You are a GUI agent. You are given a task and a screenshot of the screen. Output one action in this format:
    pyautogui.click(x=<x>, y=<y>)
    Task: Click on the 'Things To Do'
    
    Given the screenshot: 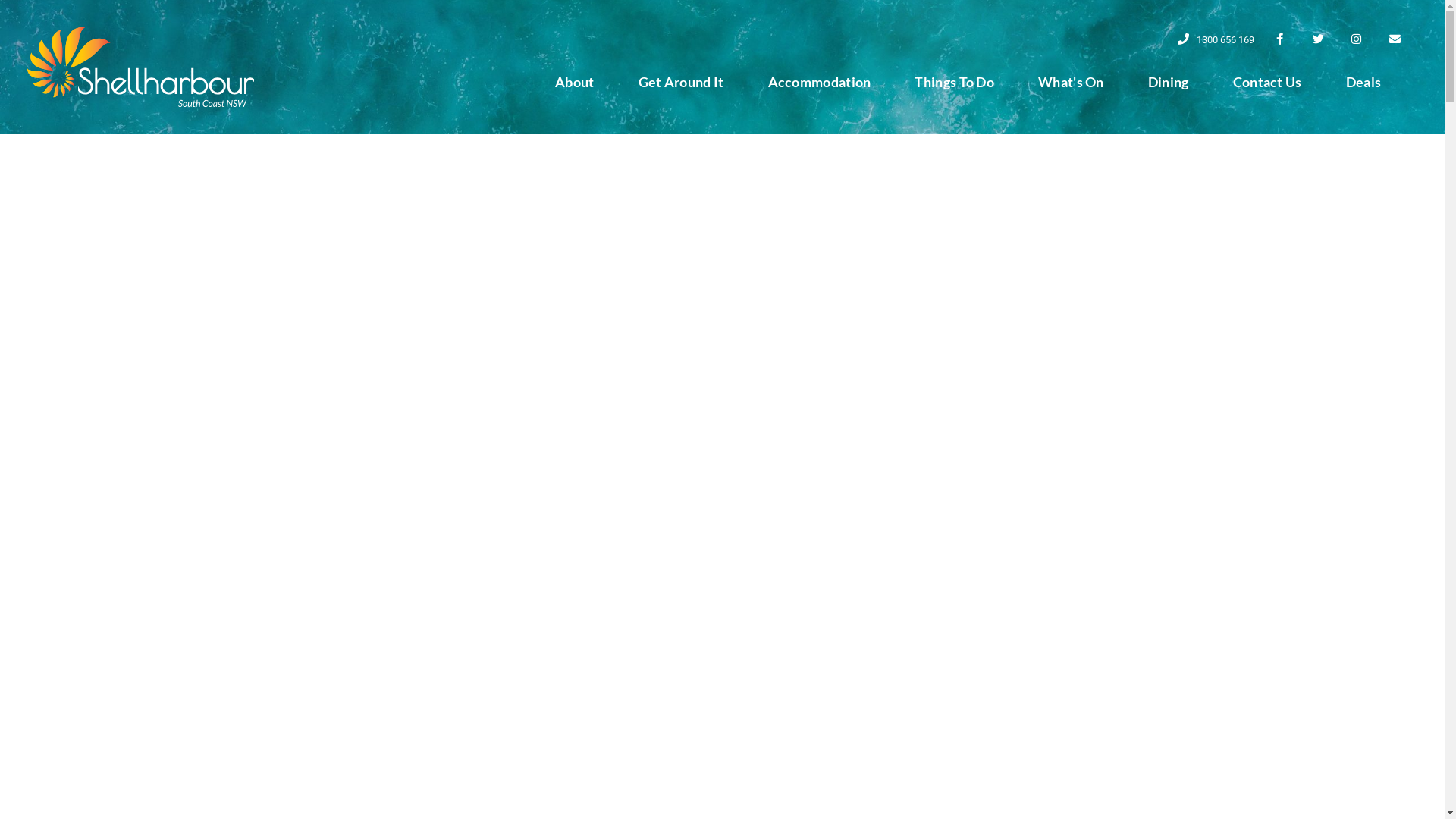 What is the action you would take?
    pyautogui.click(x=953, y=82)
    